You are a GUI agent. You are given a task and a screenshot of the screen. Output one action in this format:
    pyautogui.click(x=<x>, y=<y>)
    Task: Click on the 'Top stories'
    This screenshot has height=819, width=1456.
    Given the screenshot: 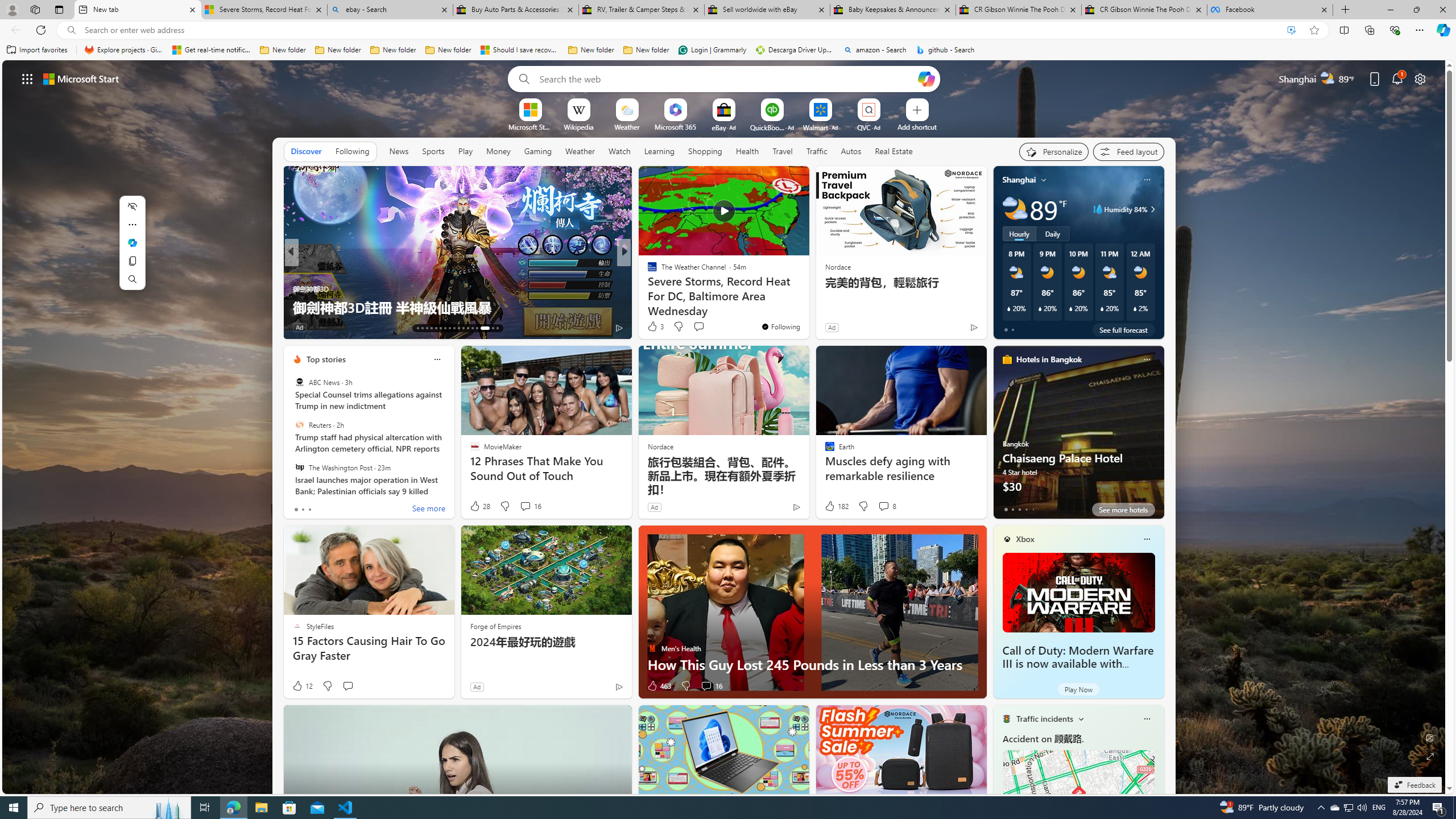 What is the action you would take?
    pyautogui.click(x=325, y=359)
    